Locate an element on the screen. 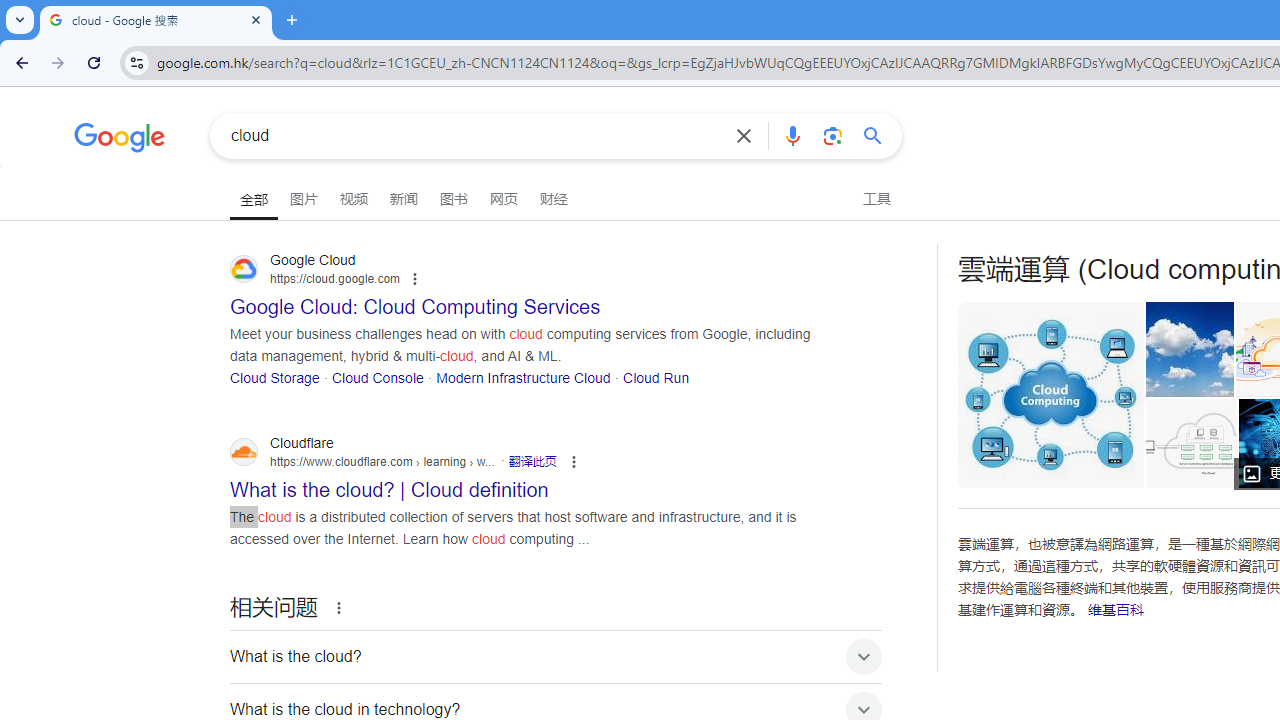 This screenshot has height=720, width=1280. 'Google' is located at coordinates (119, 138).